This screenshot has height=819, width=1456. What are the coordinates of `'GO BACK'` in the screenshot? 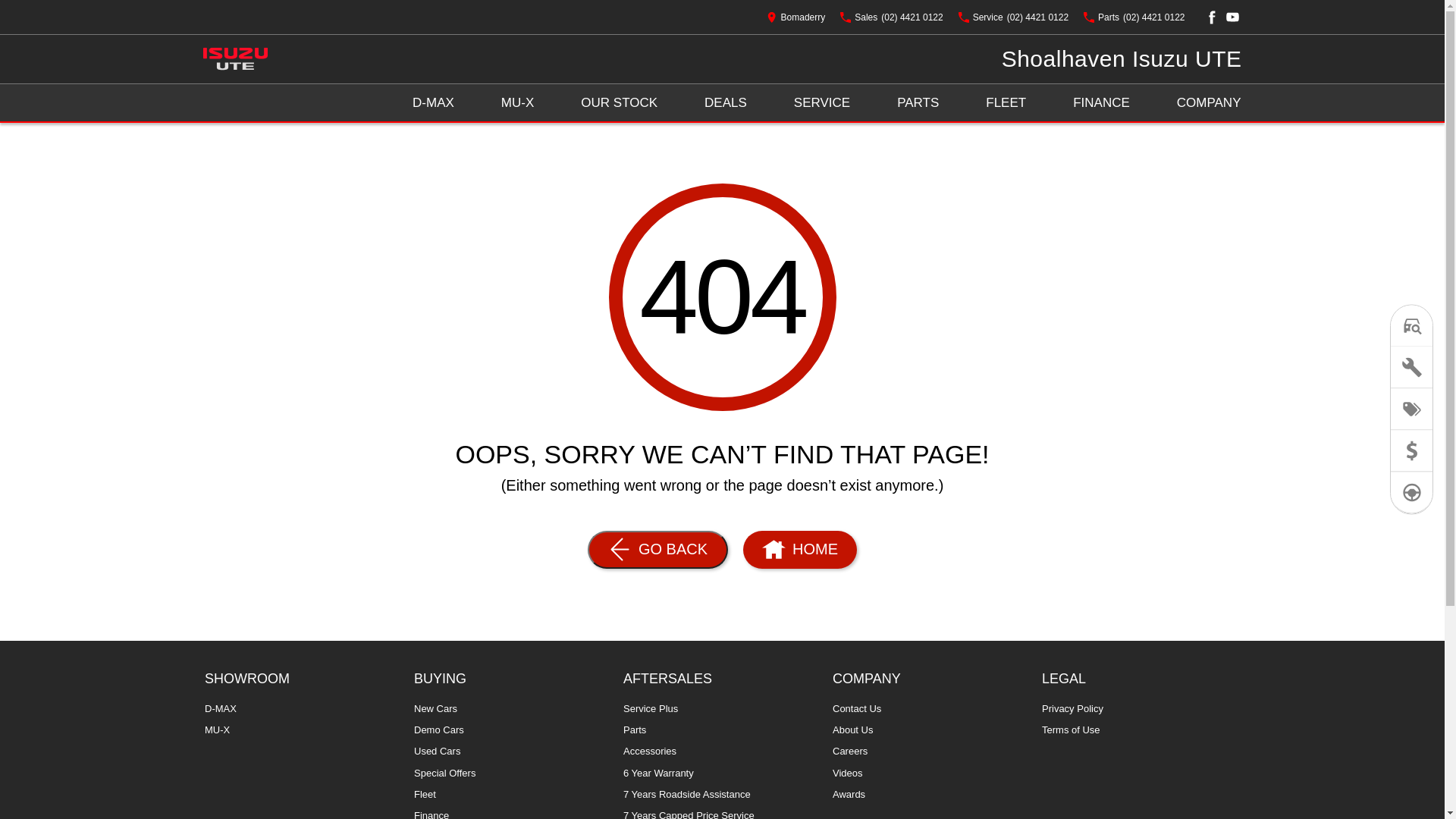 It's located at (657, 550).